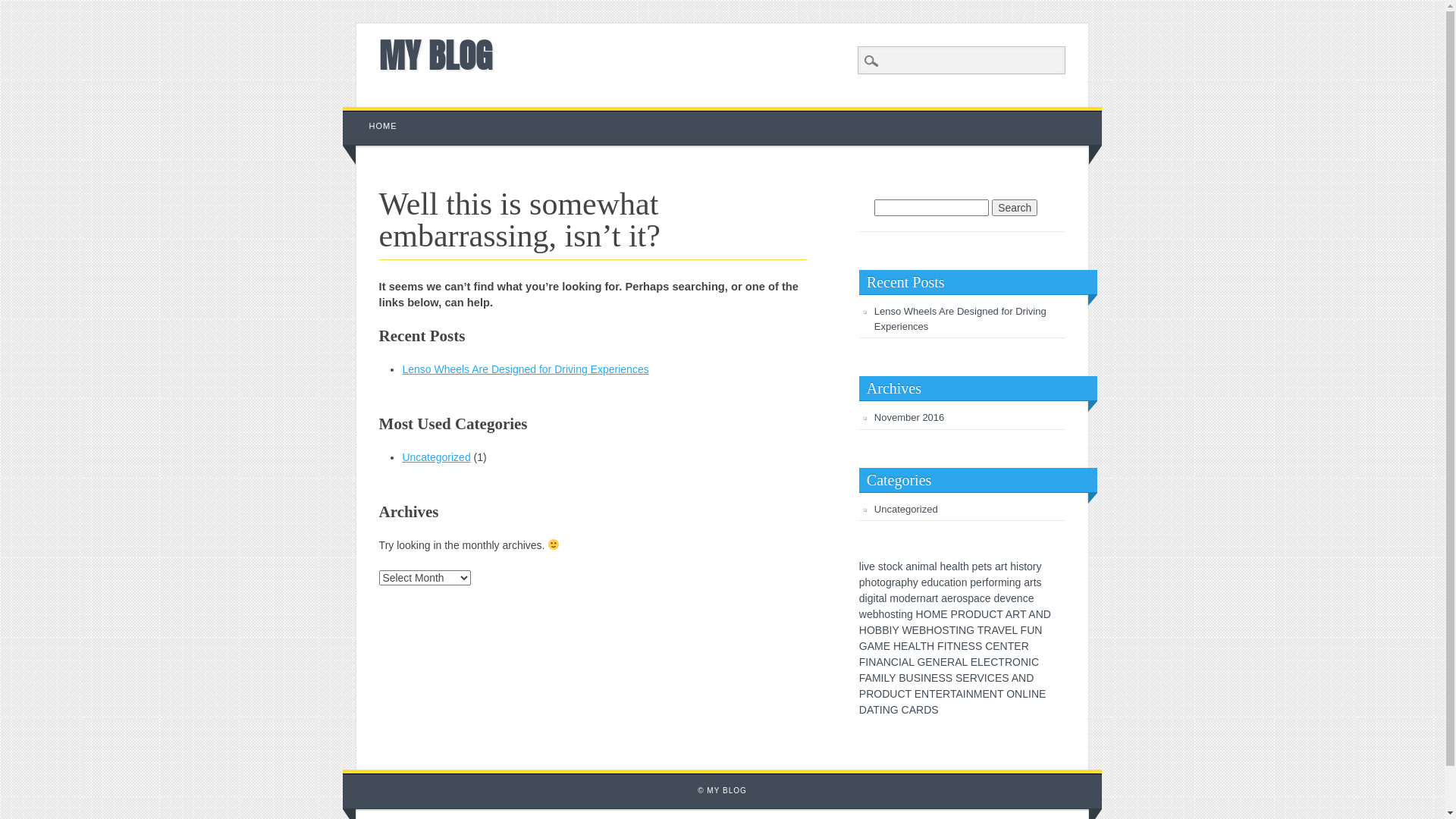 This screenshot has width=1456, height=819. Describe the element at coordinates (872, 566) in the screenshot. I see `'e'` at that location.